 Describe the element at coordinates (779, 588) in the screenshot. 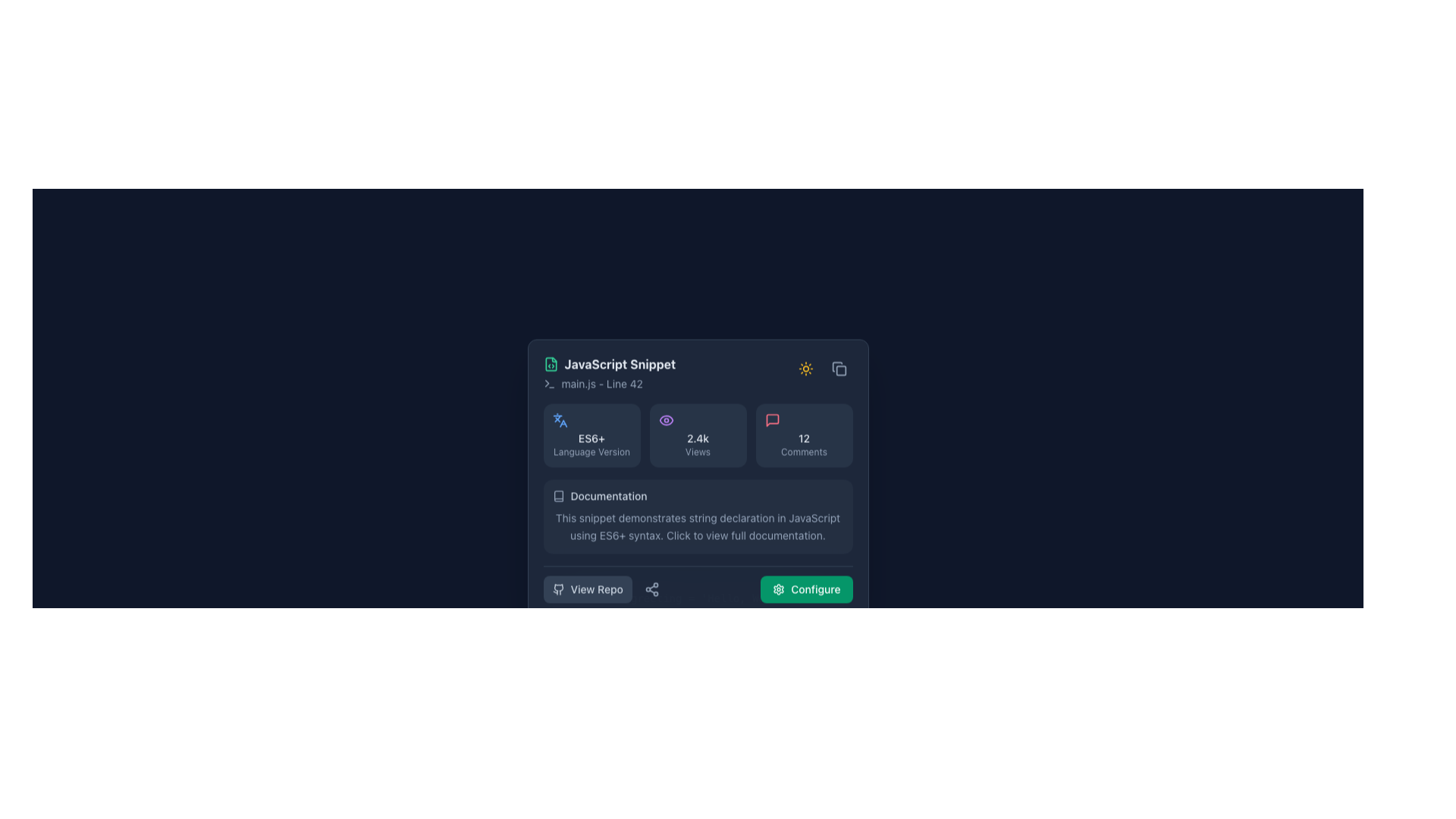

I see `the cogwheel icon that represents settings or configuration functionalities, located to the left of the 'Configure' button at the bottom-right corner of the card-like interface` at that location.